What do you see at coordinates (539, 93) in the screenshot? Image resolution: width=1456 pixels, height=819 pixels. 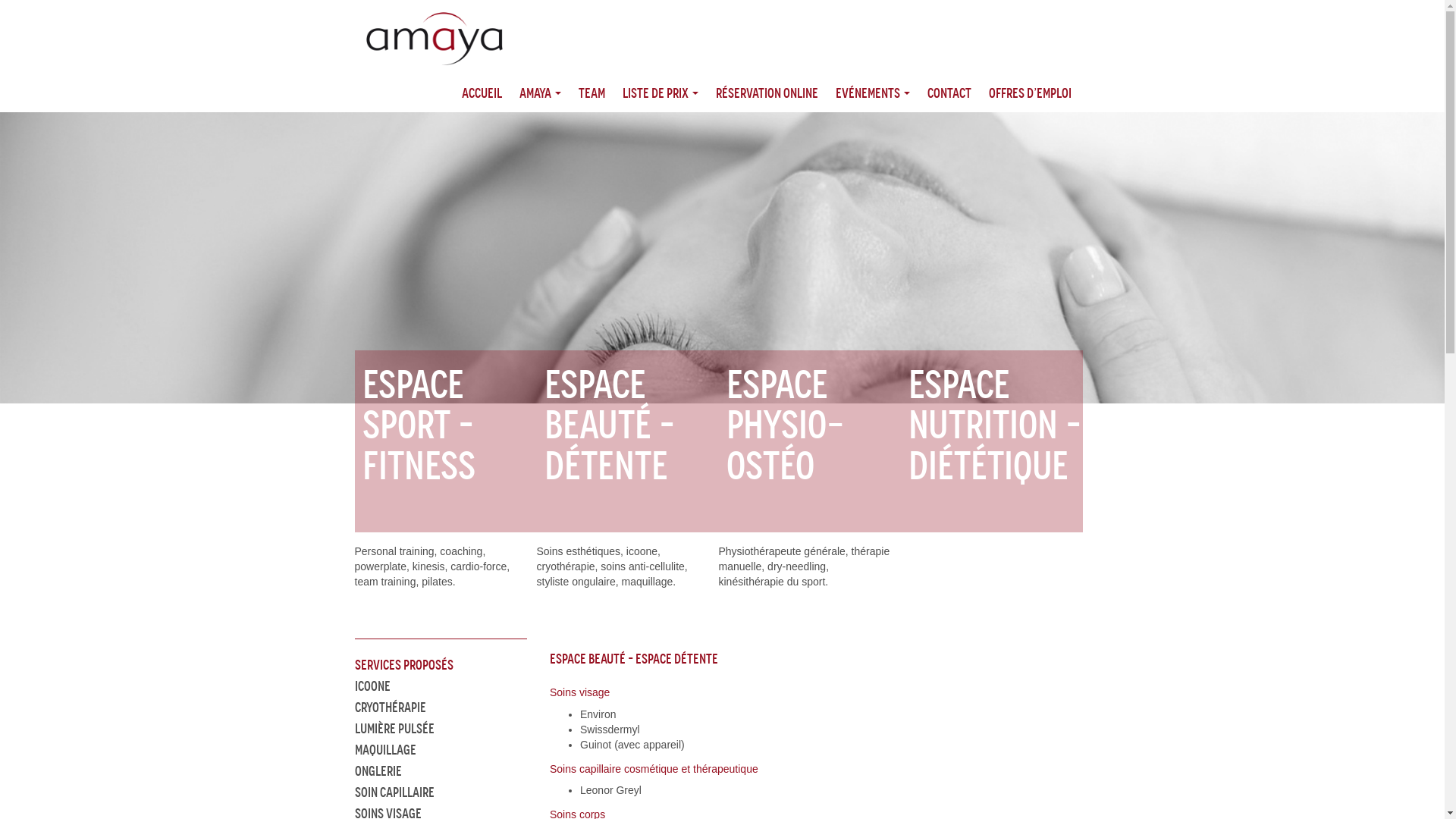 I see `'AMAYA'` at bounding box center [539, 93].